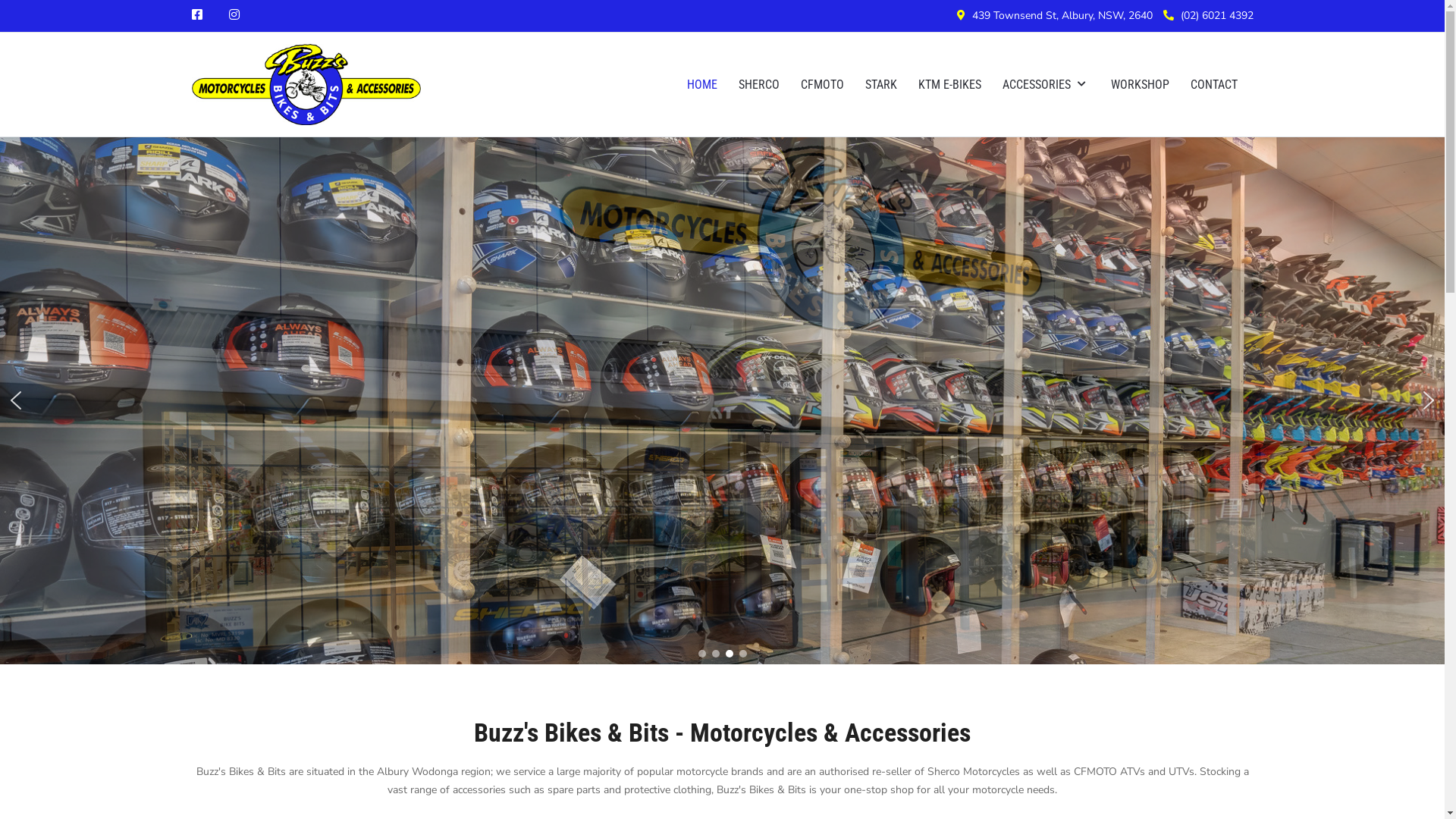  What do you see at coordinates (1045, 84) in the screenshot?
I see `'ACCESSORIES'` at bounding box center [1045, 84].